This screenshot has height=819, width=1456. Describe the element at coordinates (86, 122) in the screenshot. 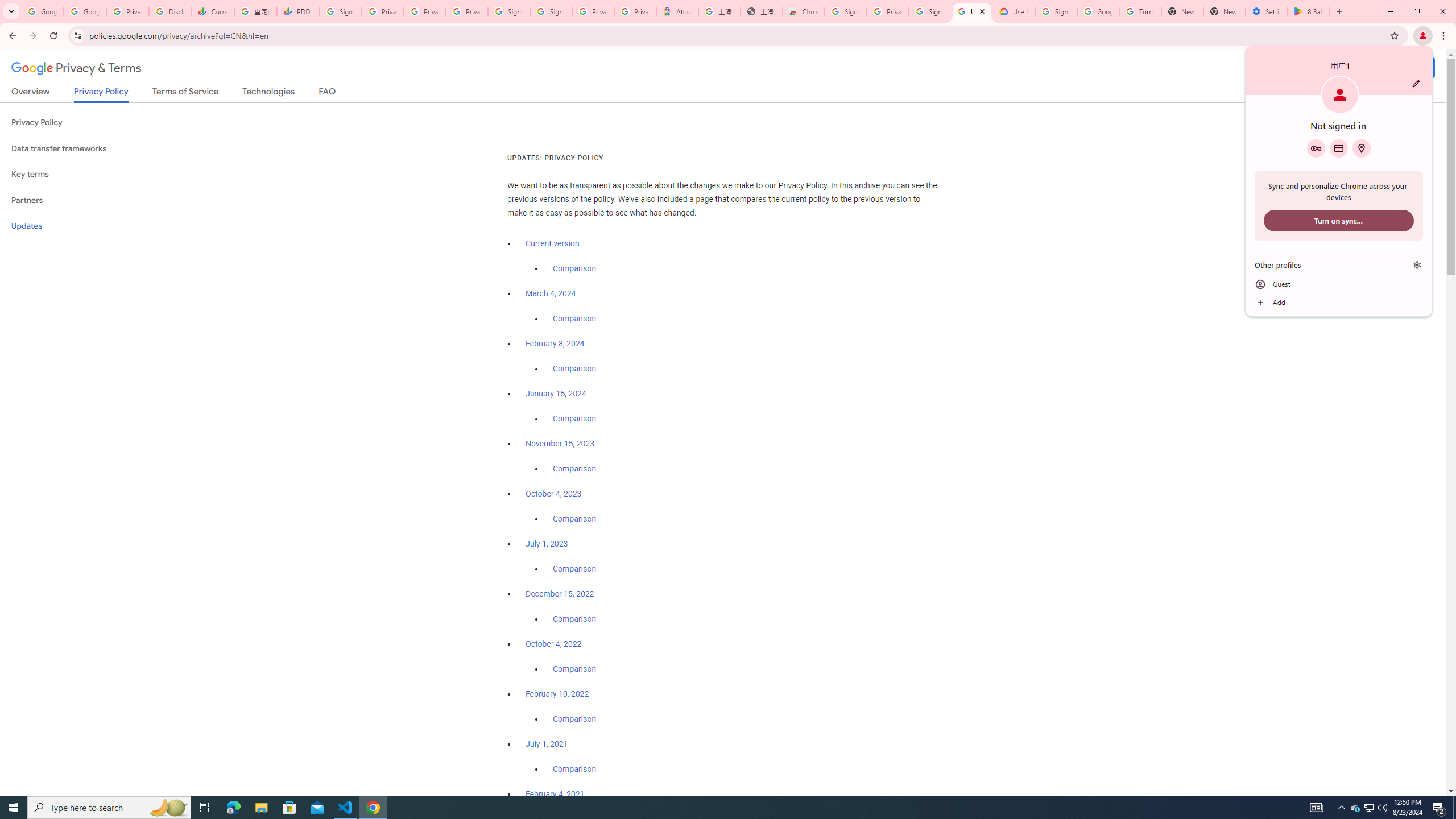

I see `'Privacy Policy'` at that location.